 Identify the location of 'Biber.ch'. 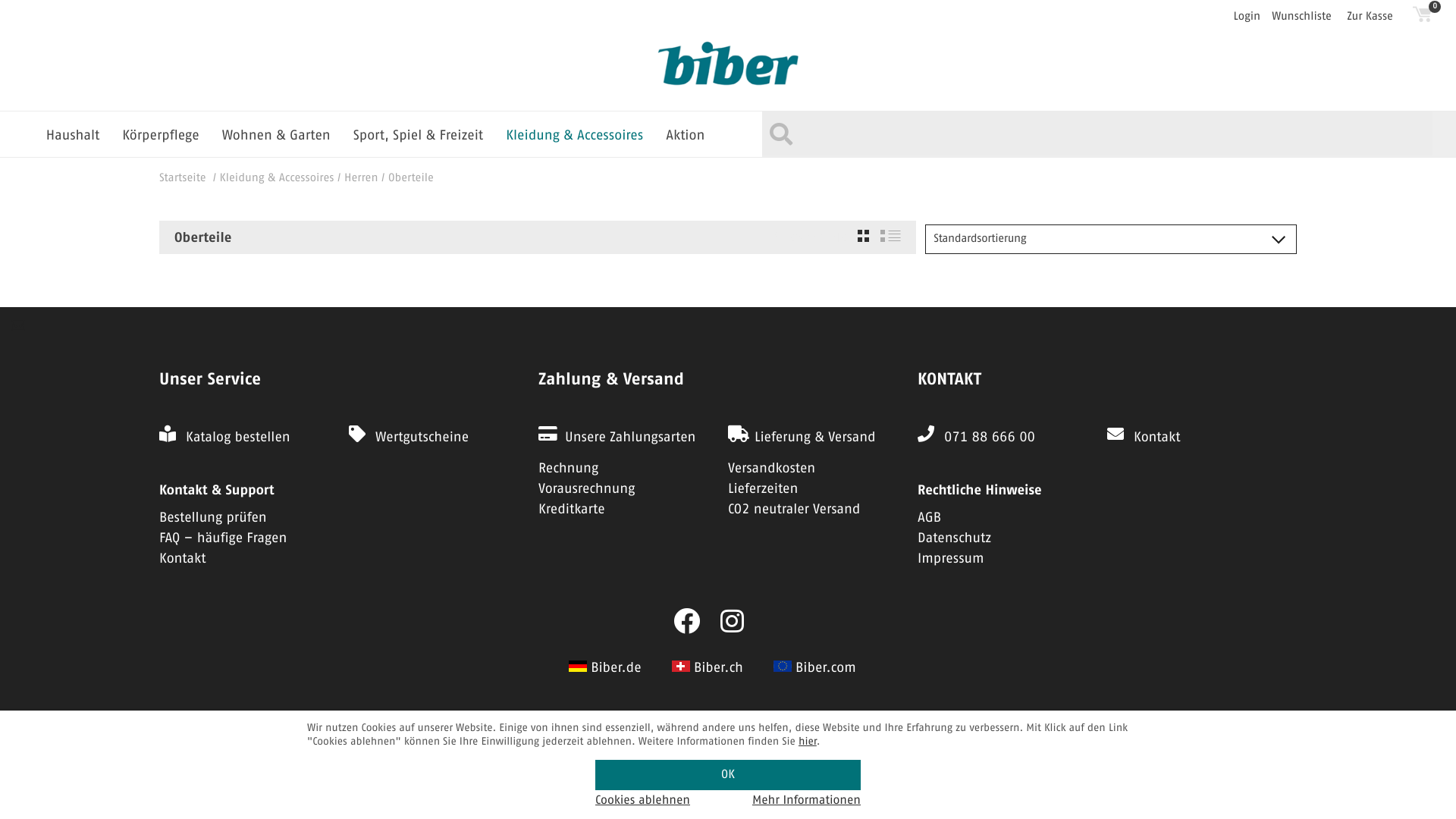
(717, 667).